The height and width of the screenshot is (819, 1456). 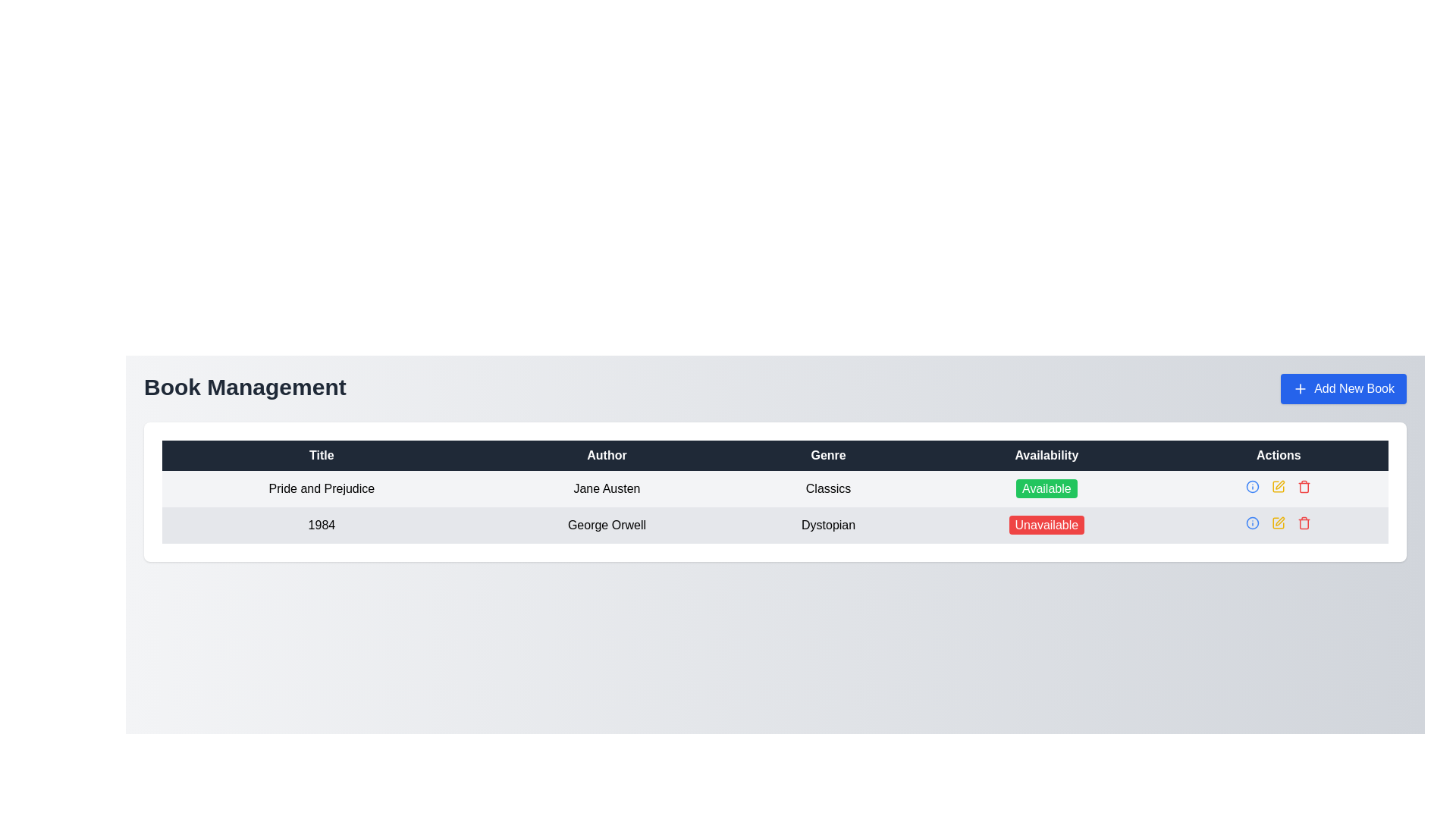 I want to click on the delete button located at the far right of the first row of action icons in the table, so click(x=1304, y=522).